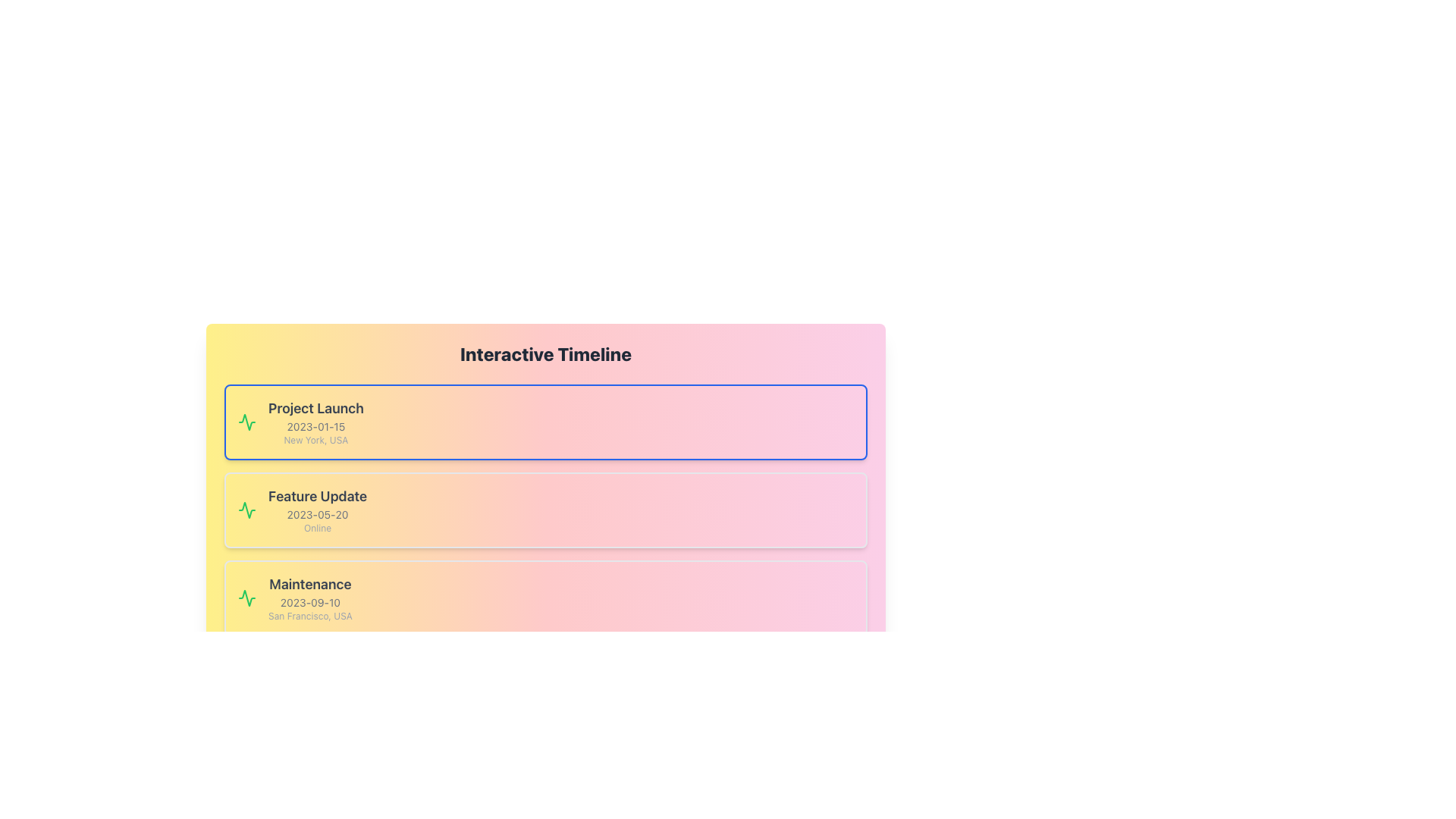 Image resolution: width=1456 pixels, height=819 pixels. Describe the element at coordinates (247, 510) in the screenshot. I see `the vibrant green jagged waveform icon located in the upper section of the timeline, adjacent to the 'Project Launch' entry` at that location.